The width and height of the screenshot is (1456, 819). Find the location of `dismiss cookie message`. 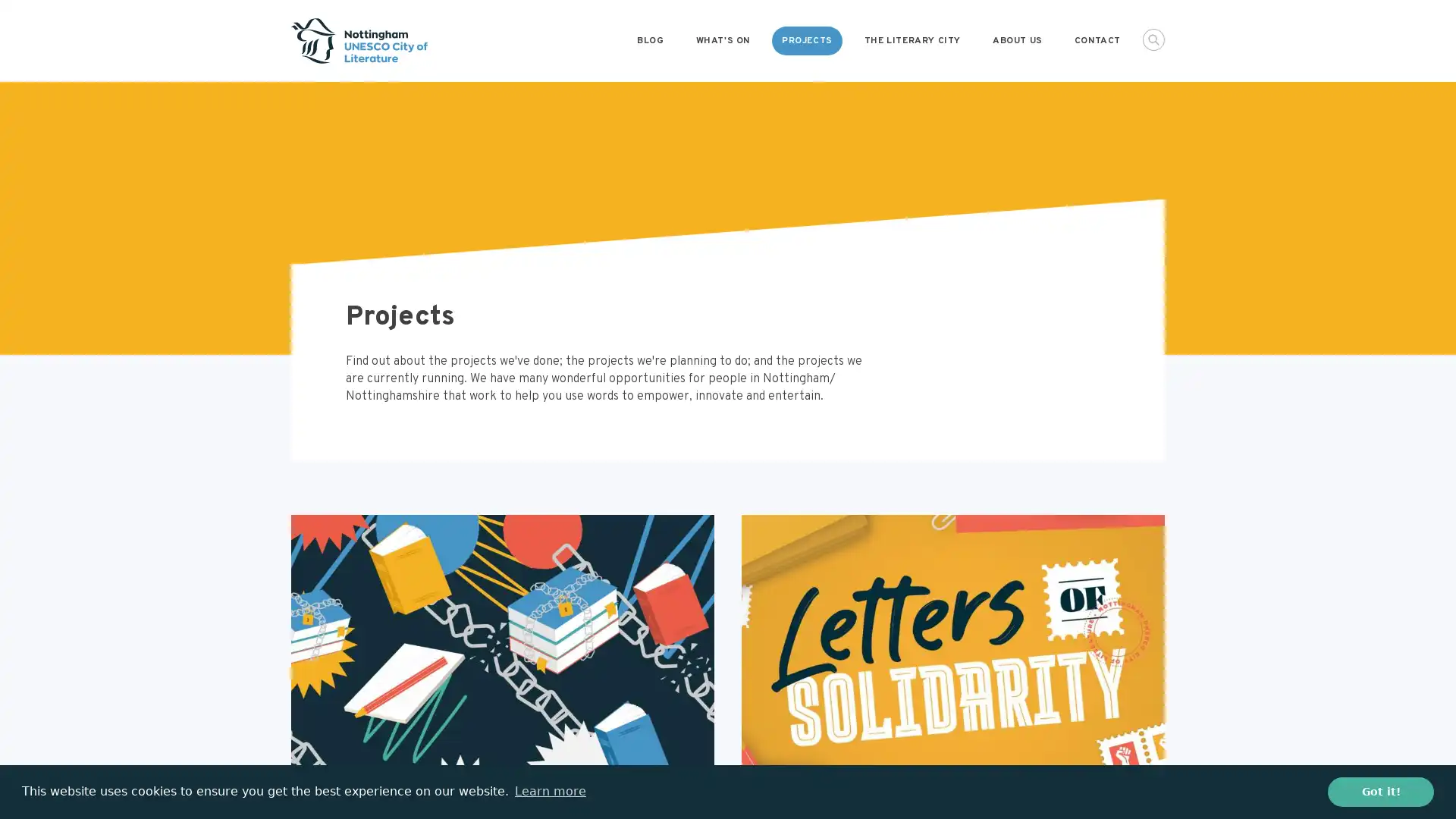

dismiss cookie message is located at coordinates (1380, 791).